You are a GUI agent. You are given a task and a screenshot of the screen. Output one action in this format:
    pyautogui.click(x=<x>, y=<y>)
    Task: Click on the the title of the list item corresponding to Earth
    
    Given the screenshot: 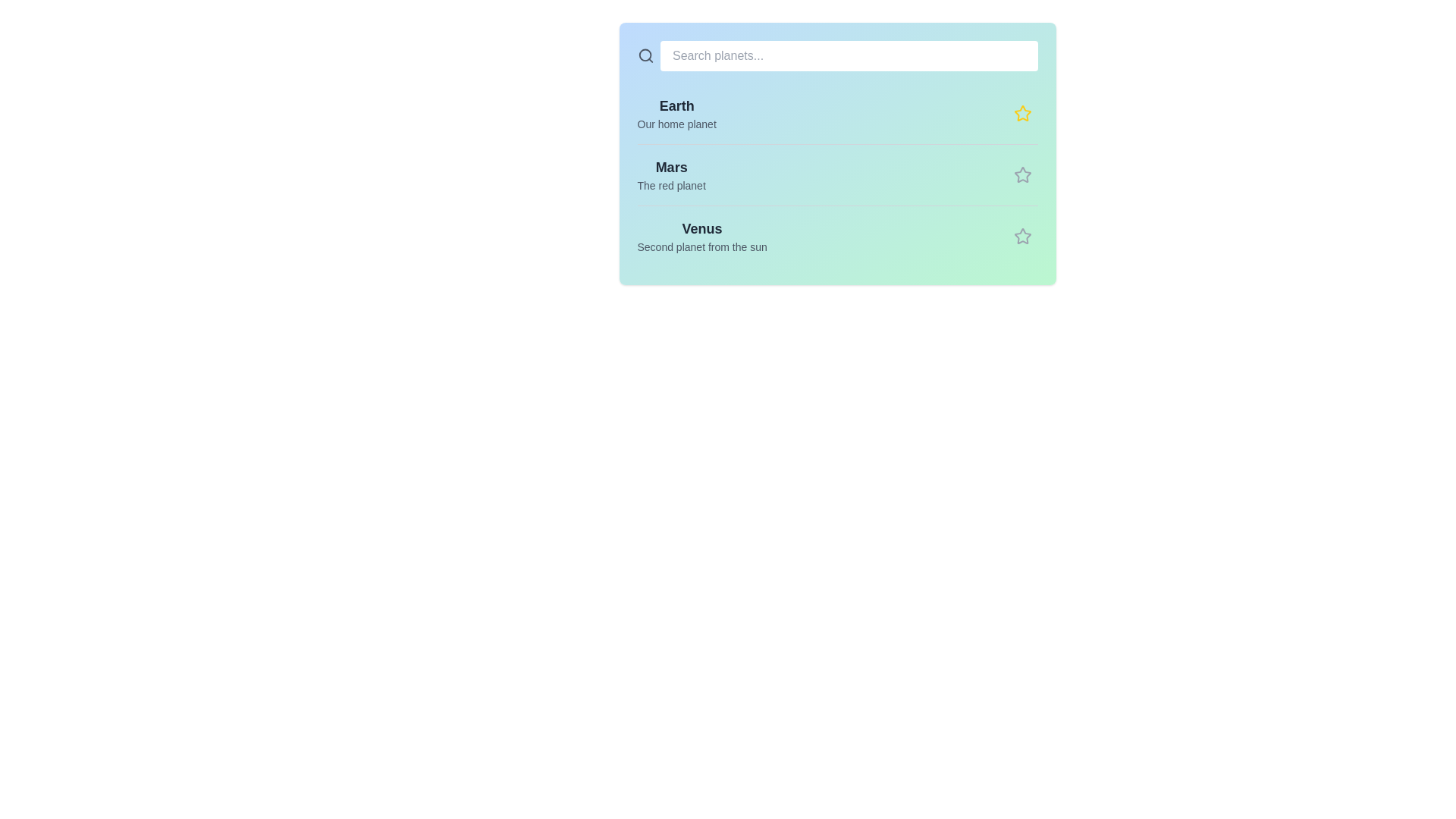 What is the action you would take?
    pyautogui.click(x=676, y=105)
    